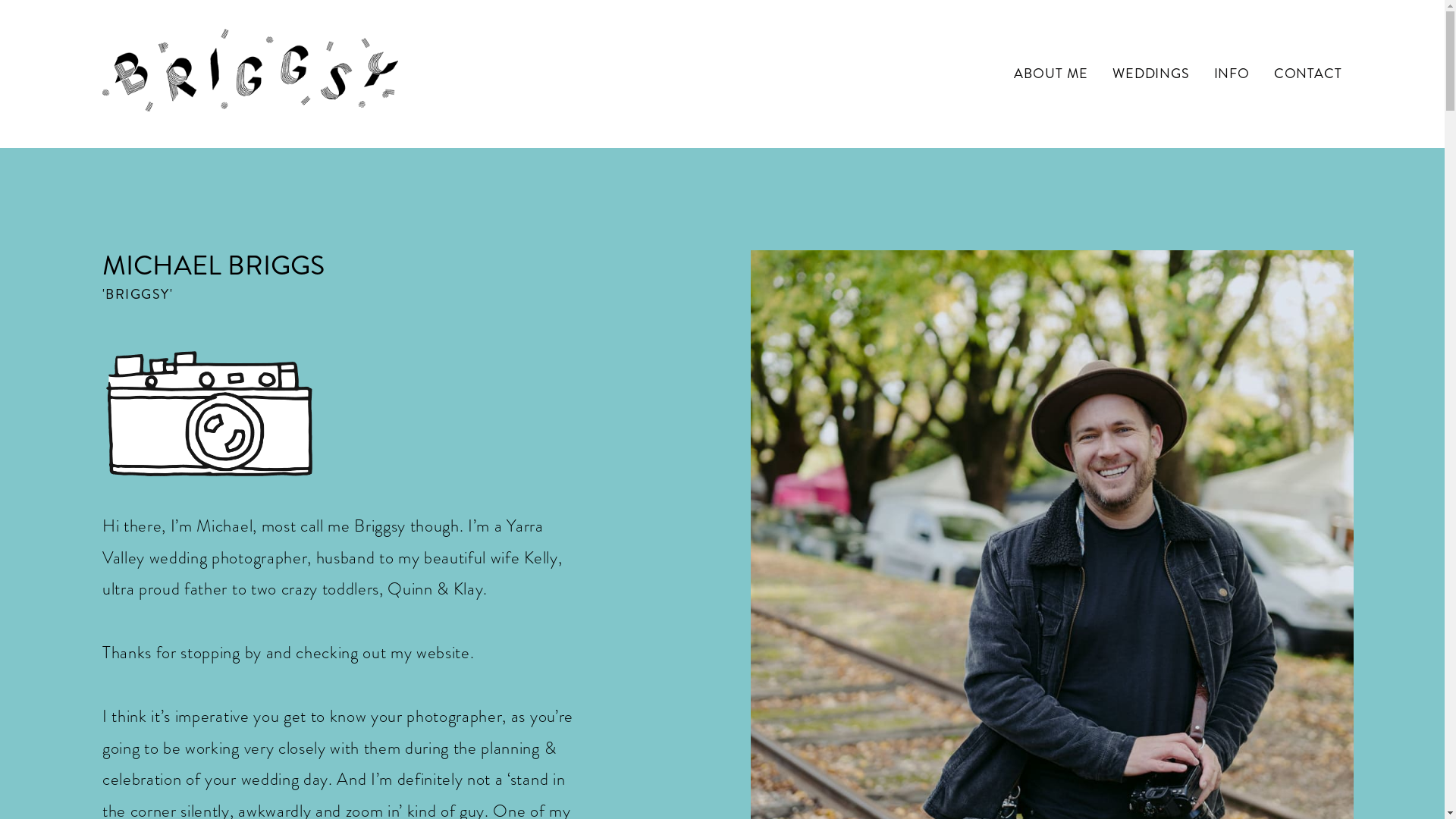 This screenshot has height=819, width=1456. Describe the element at coordinates (322, 541) in the screenshot. I see `'Yarra Valley wedding photographer'` at that location.